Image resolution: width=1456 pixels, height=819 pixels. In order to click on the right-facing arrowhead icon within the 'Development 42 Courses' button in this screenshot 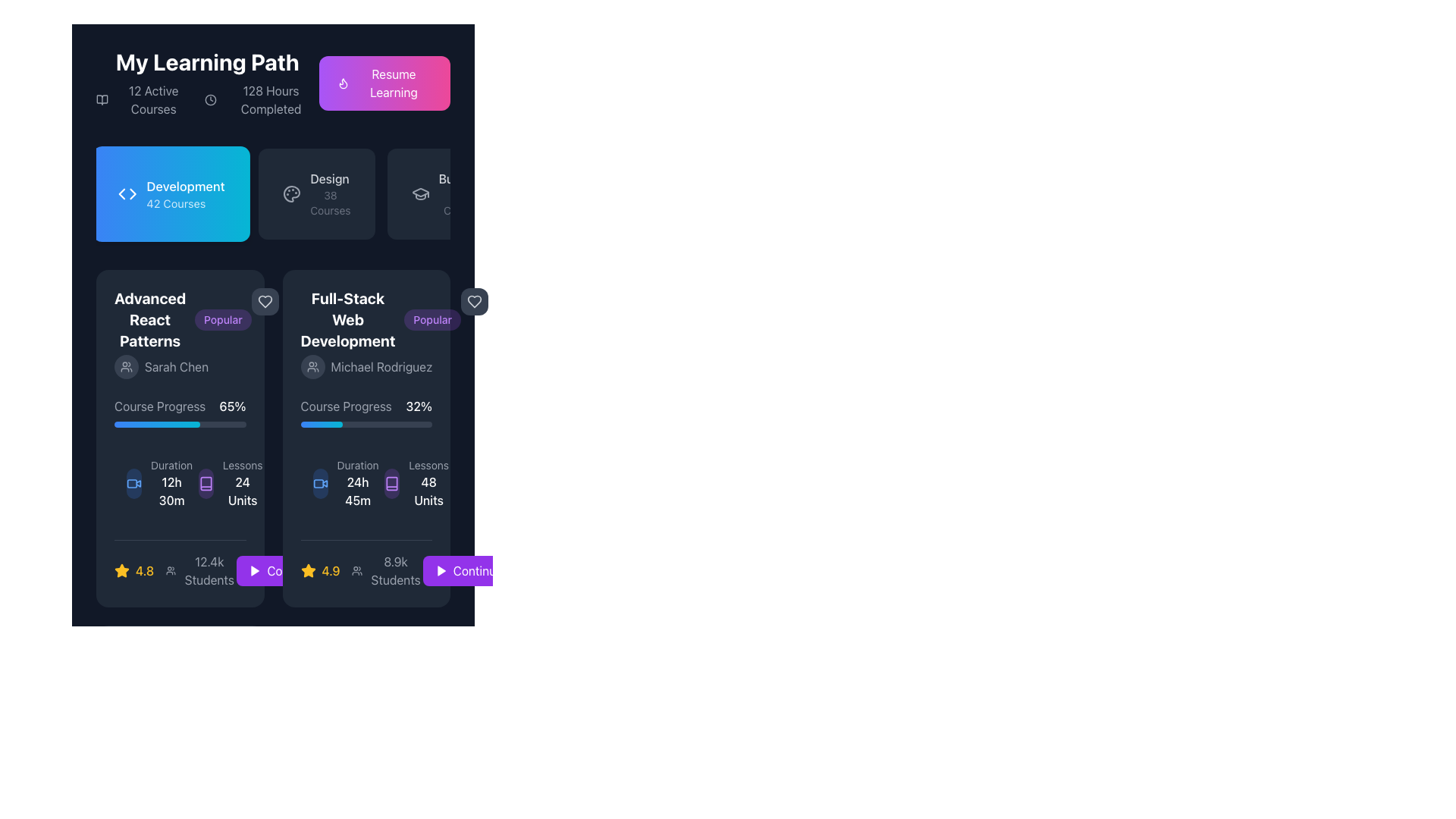, I will do `click(133, 193)`.